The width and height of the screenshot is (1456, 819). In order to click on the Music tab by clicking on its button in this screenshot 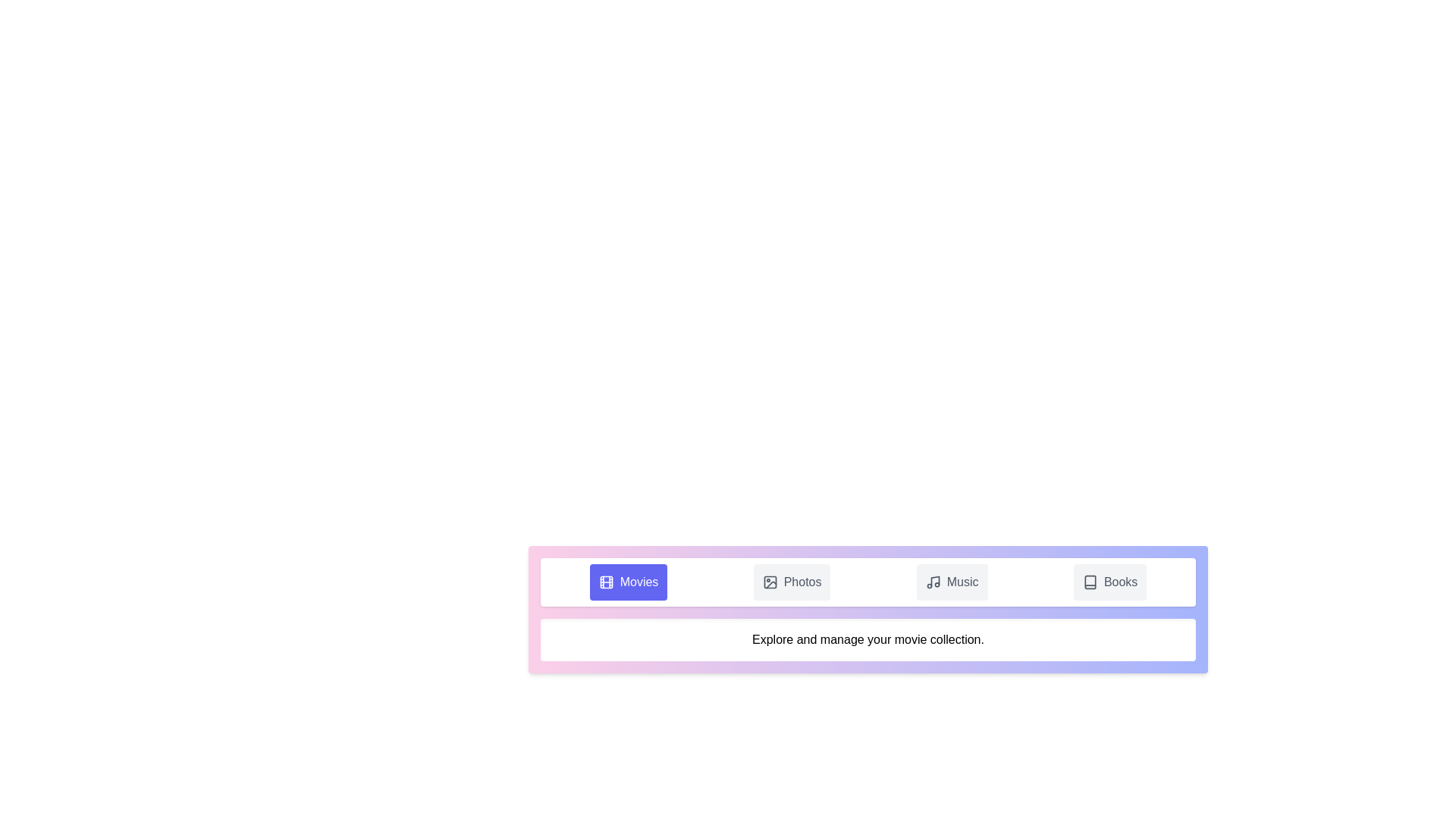, I will do `click(951, 581)`.